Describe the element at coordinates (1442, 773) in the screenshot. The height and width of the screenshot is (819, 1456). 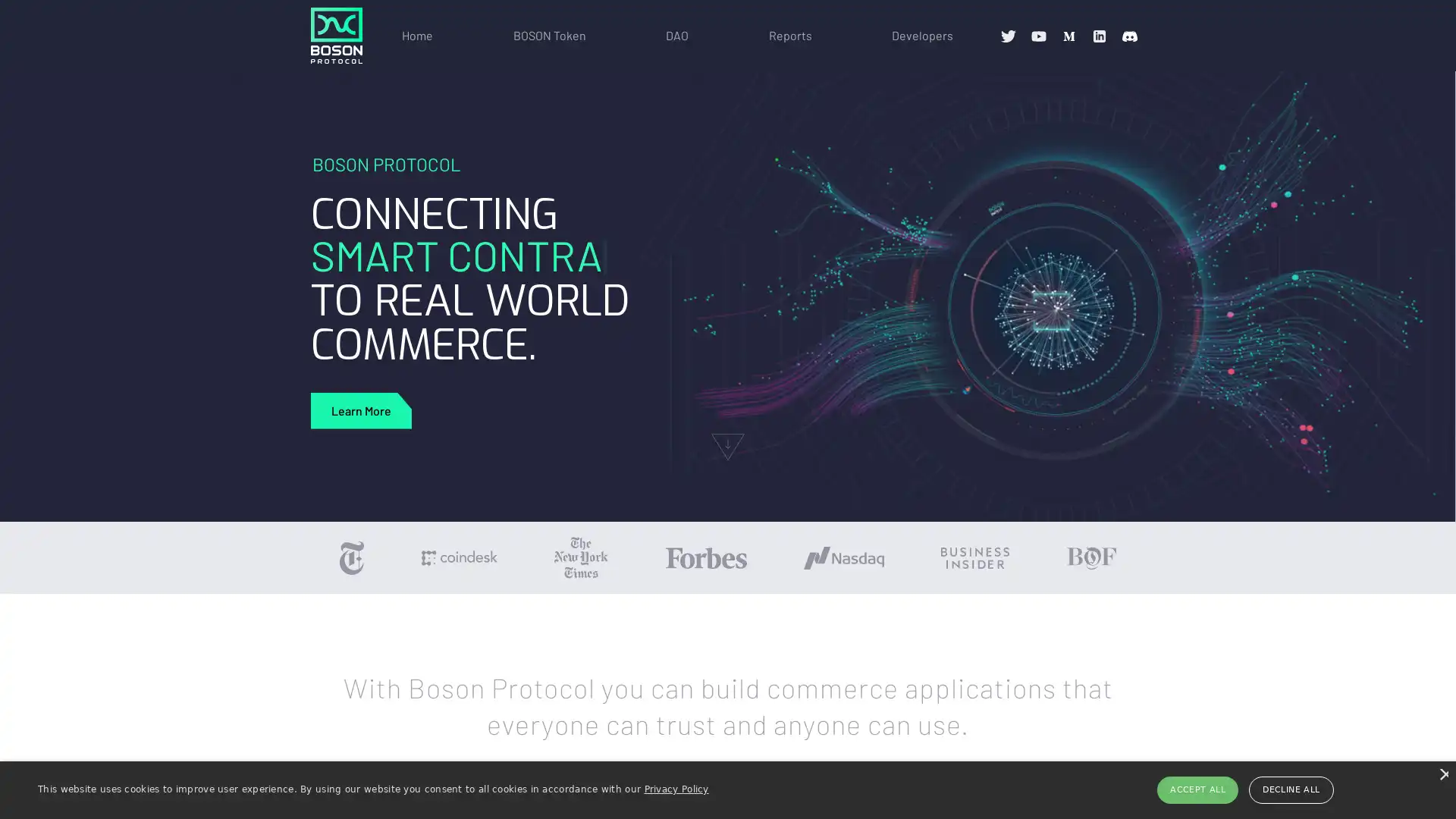
I see `Close` at that location.